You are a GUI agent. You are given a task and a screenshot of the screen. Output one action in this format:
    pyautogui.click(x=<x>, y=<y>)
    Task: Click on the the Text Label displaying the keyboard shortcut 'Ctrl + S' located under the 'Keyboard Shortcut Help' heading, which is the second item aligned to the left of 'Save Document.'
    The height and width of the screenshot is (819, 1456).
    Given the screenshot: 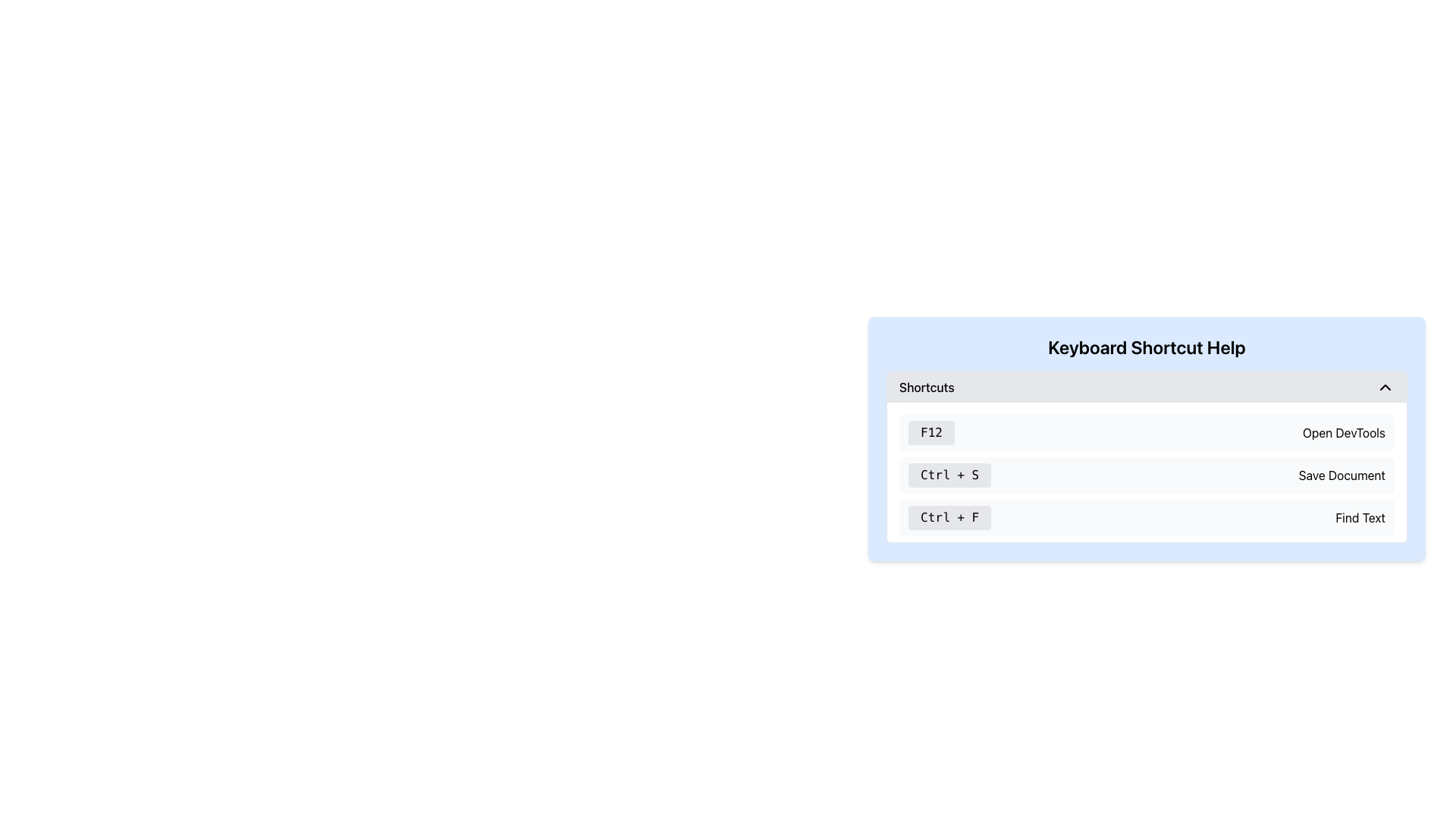 What is the action you would take?
    pyautogui.click(x=949, y=475)
    